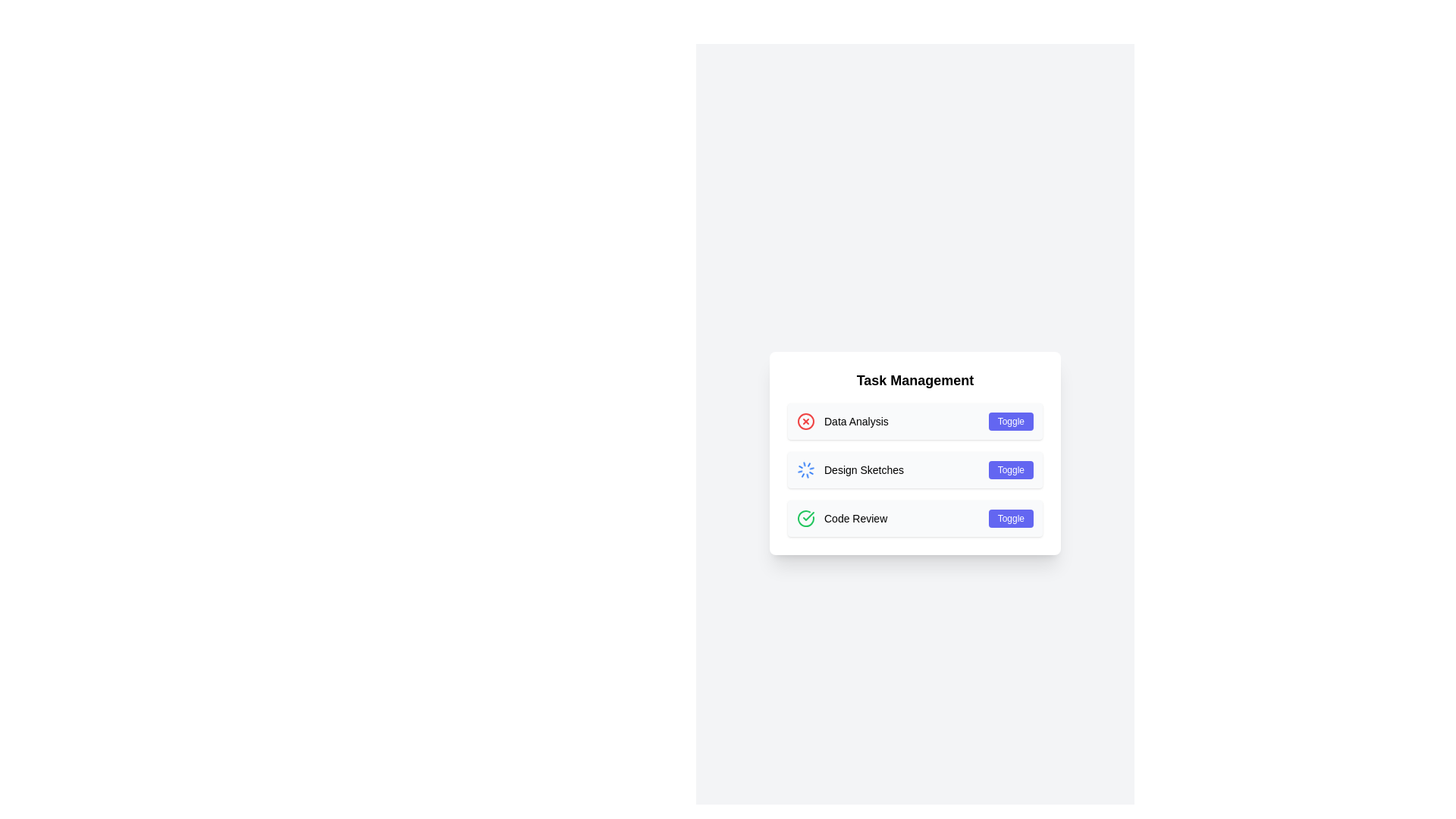 The image size is (1456, 819). Describe the element at coordinates (864, 469) in the screenshot. I see `the 'Design Sketches' text label in the Task Management section, located between a spinning loader icon and a Toggle button` at that location.